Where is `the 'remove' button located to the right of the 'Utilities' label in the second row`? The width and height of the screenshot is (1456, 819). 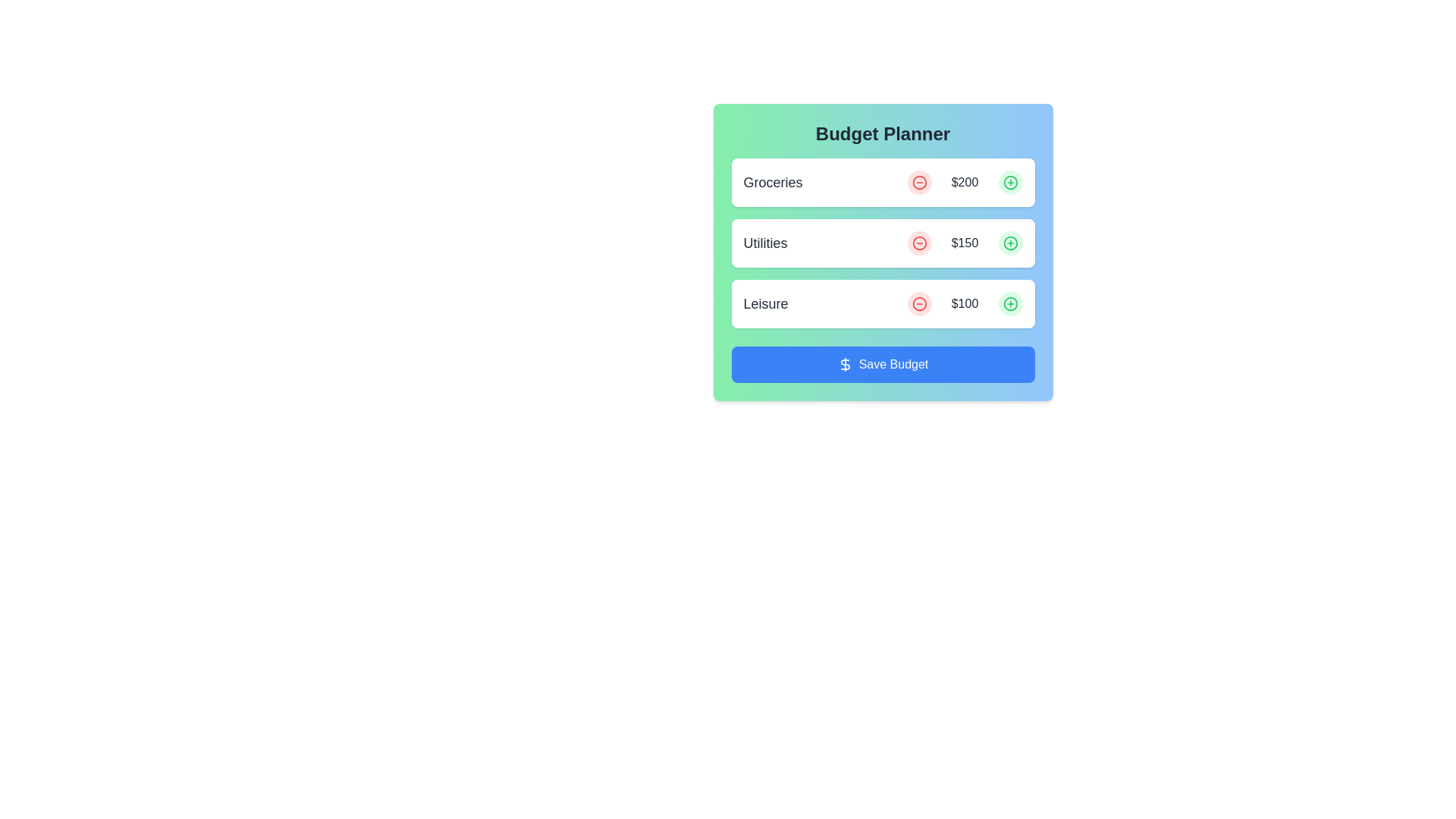
the 'remove' button located to the right of the 'Utilities' label in the second row is located at coordinates (918, 242).